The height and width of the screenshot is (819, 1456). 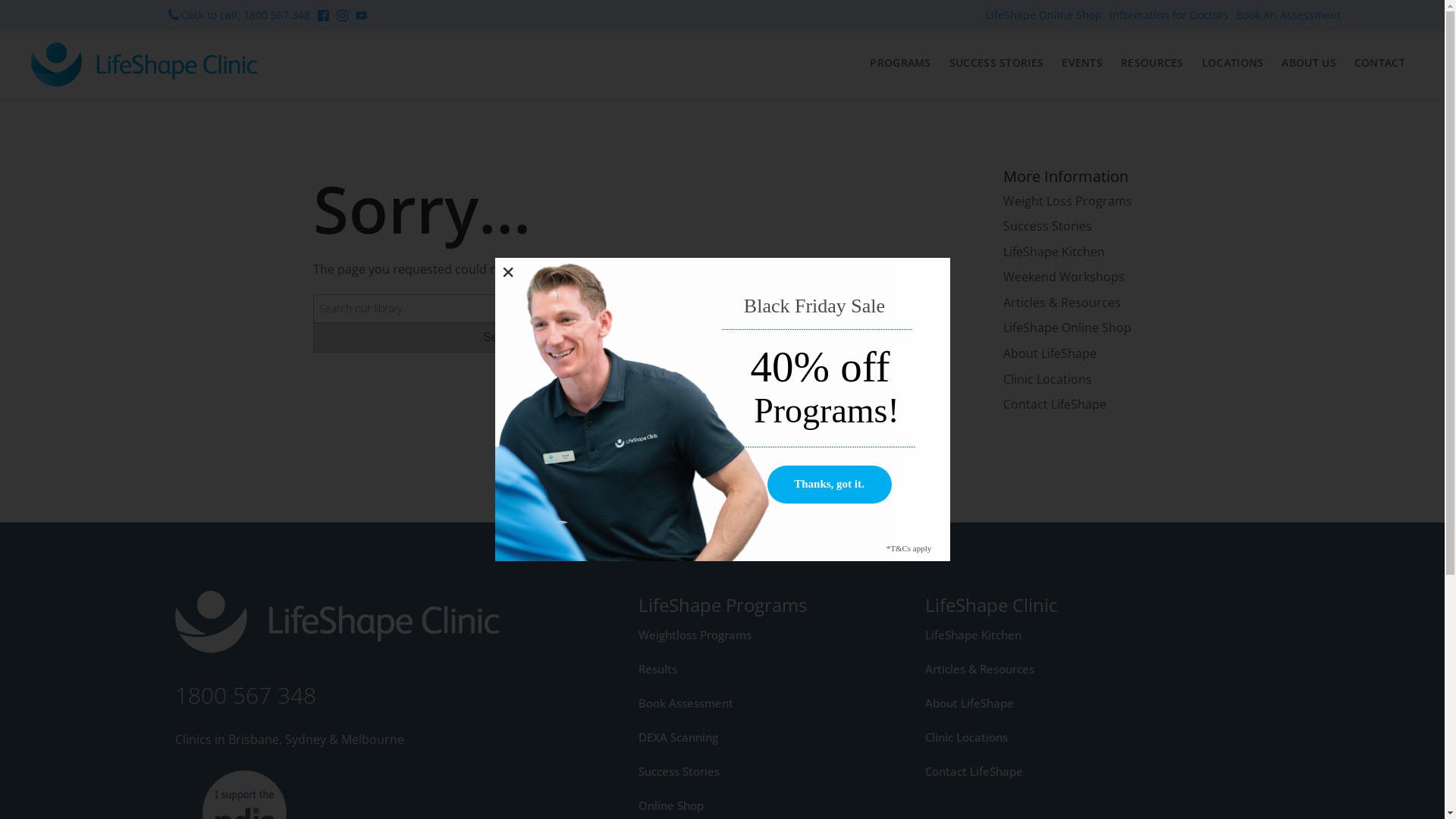 I want to click on 'RESOURCES', so click(x=1113, y=62).